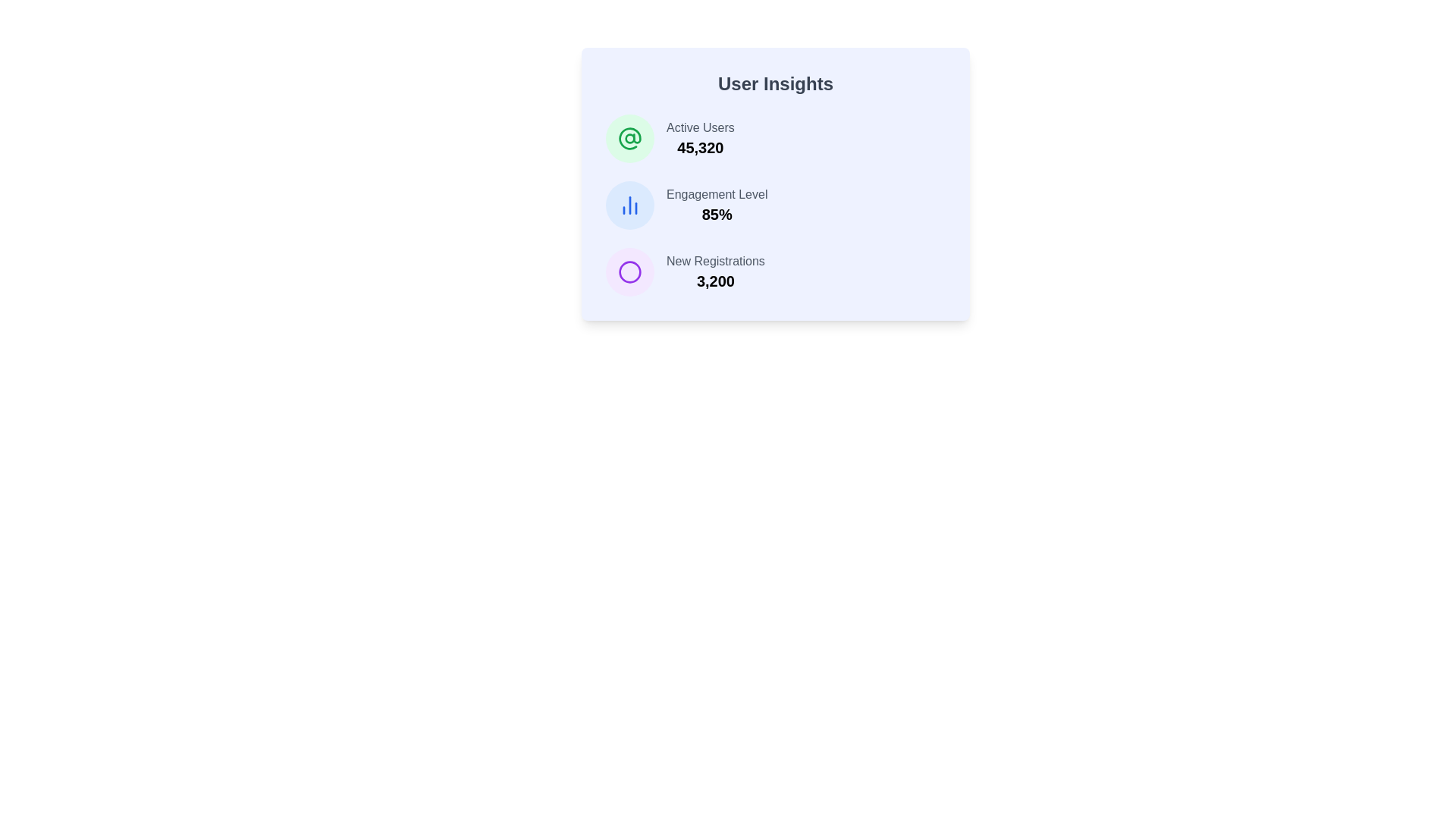 The width and height of the screenshot is (1456, 819). Describe the element at coordinates (629, 271) in the screenshot. I see `the innermost SVG Circle representing 'New Registrations' visually highlighting the metric of 3,200` at that location.